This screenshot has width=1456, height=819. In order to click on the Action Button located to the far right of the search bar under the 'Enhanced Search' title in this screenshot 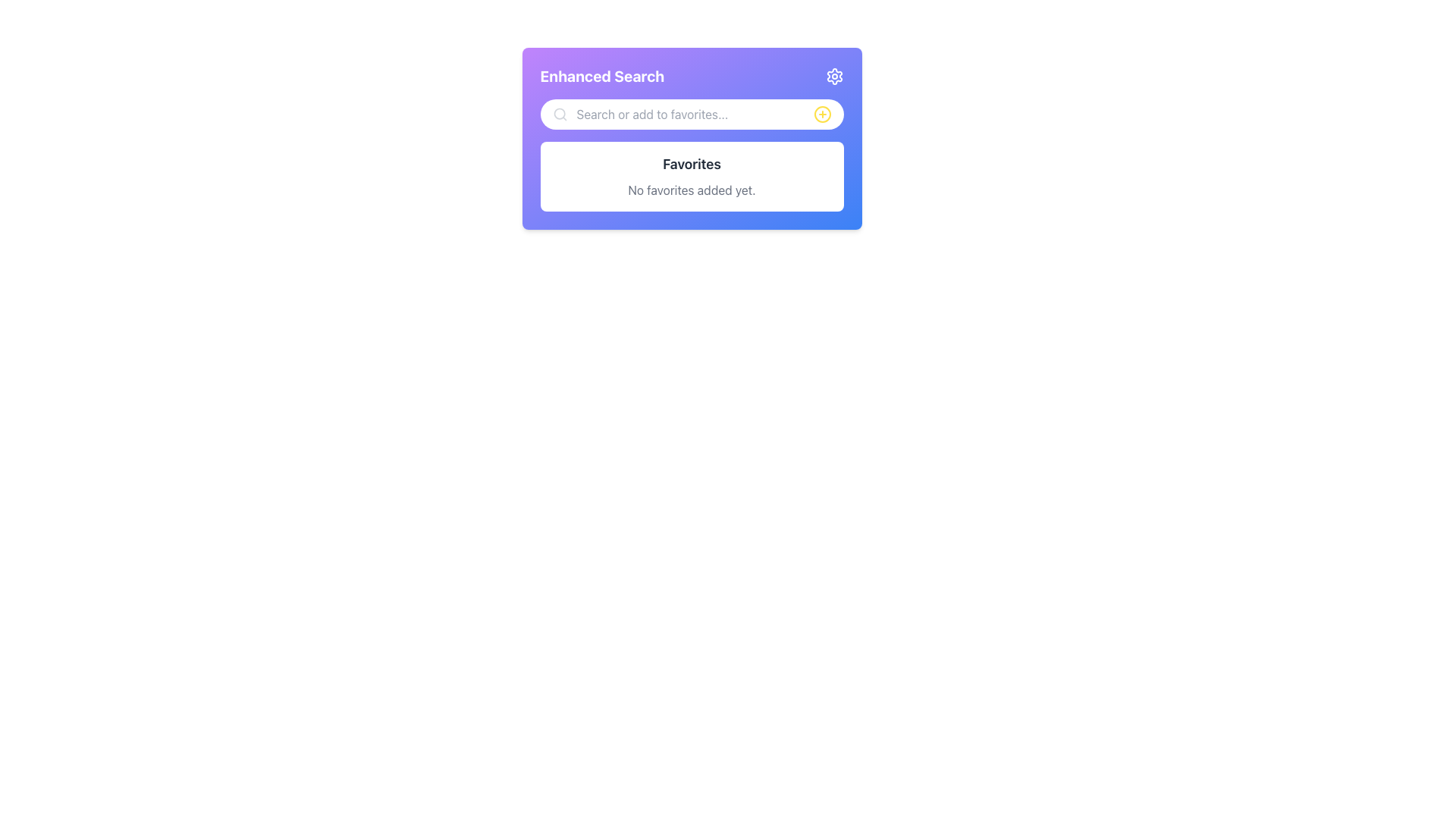, I will do `click(821, 113)`.